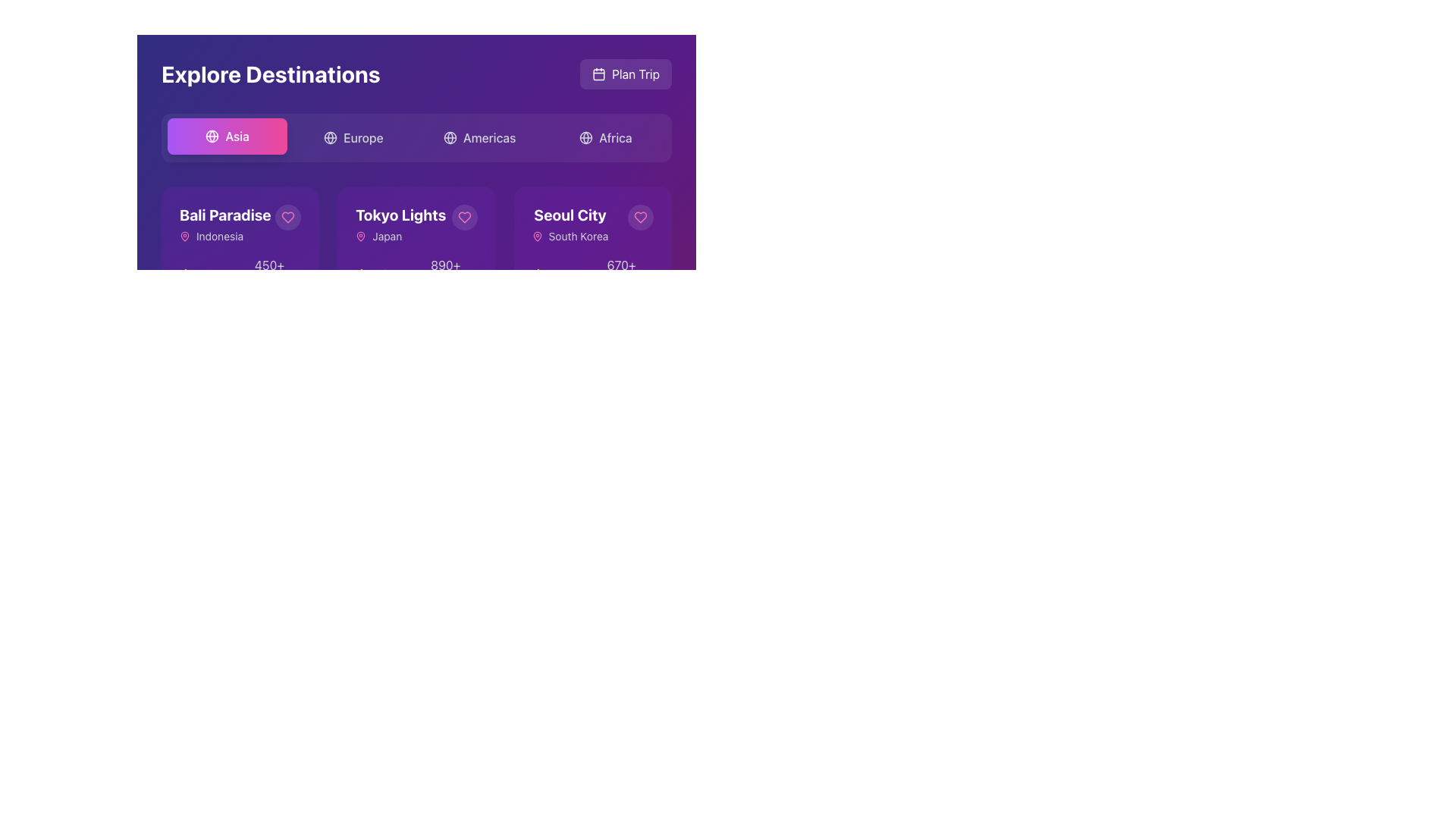 The width and height of the screenshot is (1456, 819). What do you see at coordinates (387, 237) in the screenshot?
I see `the static text element displaying the word 'Japan', which is styled in a small, light gray font and positioned next to a pink pinpoint icon, located below the 'Tokyo Lights' label in the second card of a horizontally-aligned set of cards` at bounding box center [387, 237].